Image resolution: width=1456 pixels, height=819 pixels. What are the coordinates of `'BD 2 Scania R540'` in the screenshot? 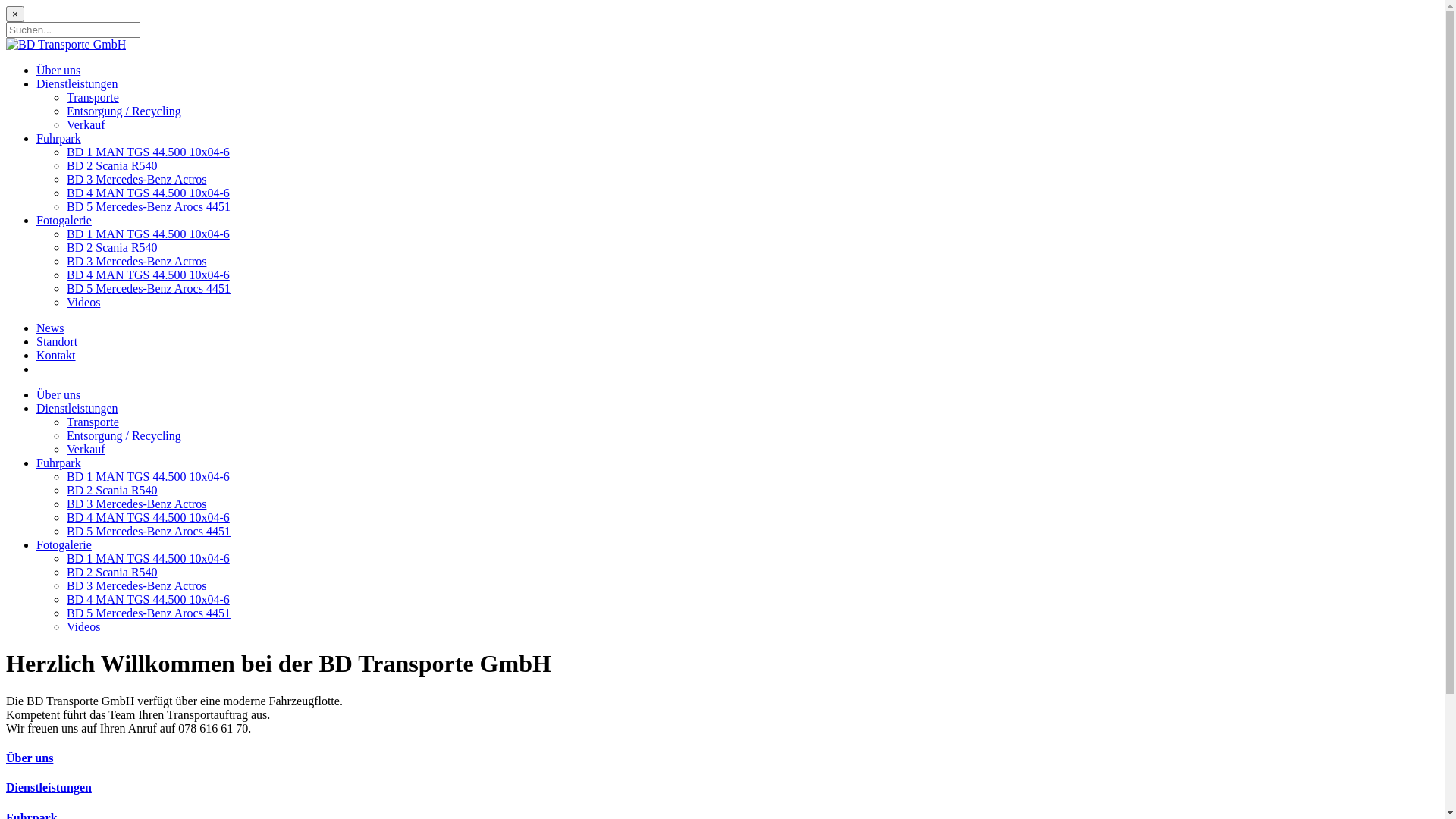 It's located at (111, 246).